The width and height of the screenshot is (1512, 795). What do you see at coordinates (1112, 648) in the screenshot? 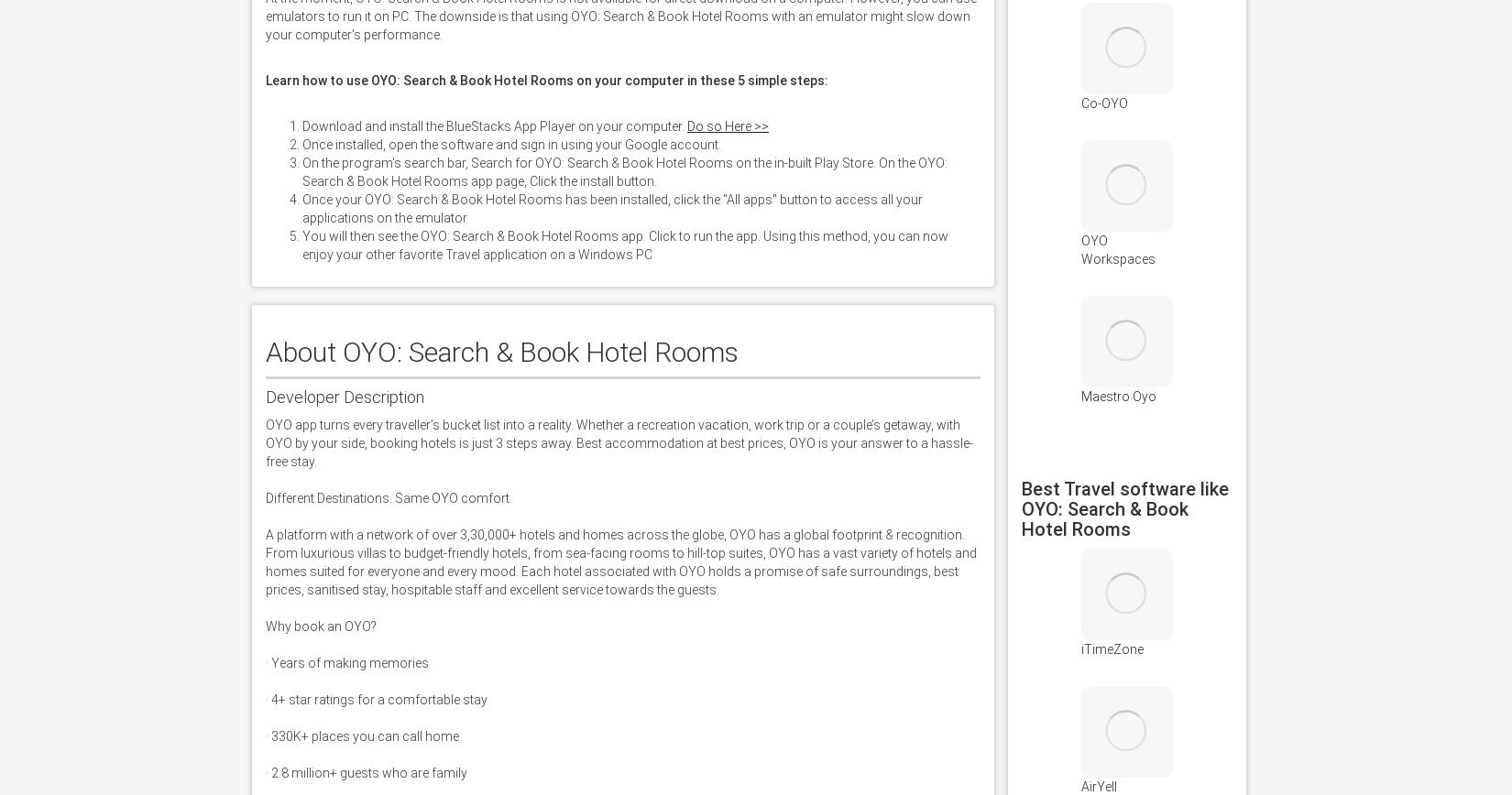
I see `'iTimeZone'` at bounding box center [1112, 648].